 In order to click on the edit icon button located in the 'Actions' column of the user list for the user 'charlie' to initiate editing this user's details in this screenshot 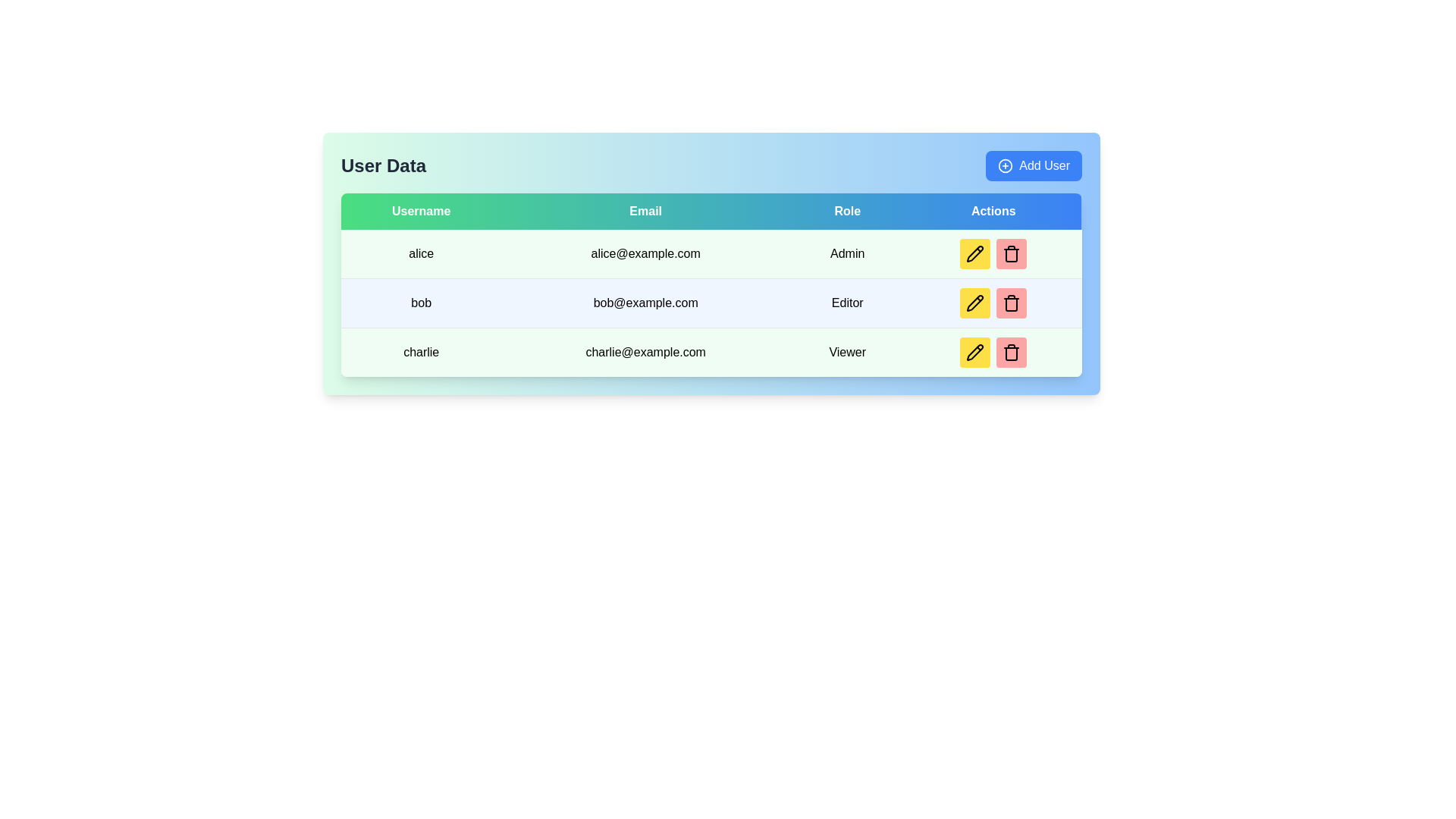, I will do `click(975, 353)`.